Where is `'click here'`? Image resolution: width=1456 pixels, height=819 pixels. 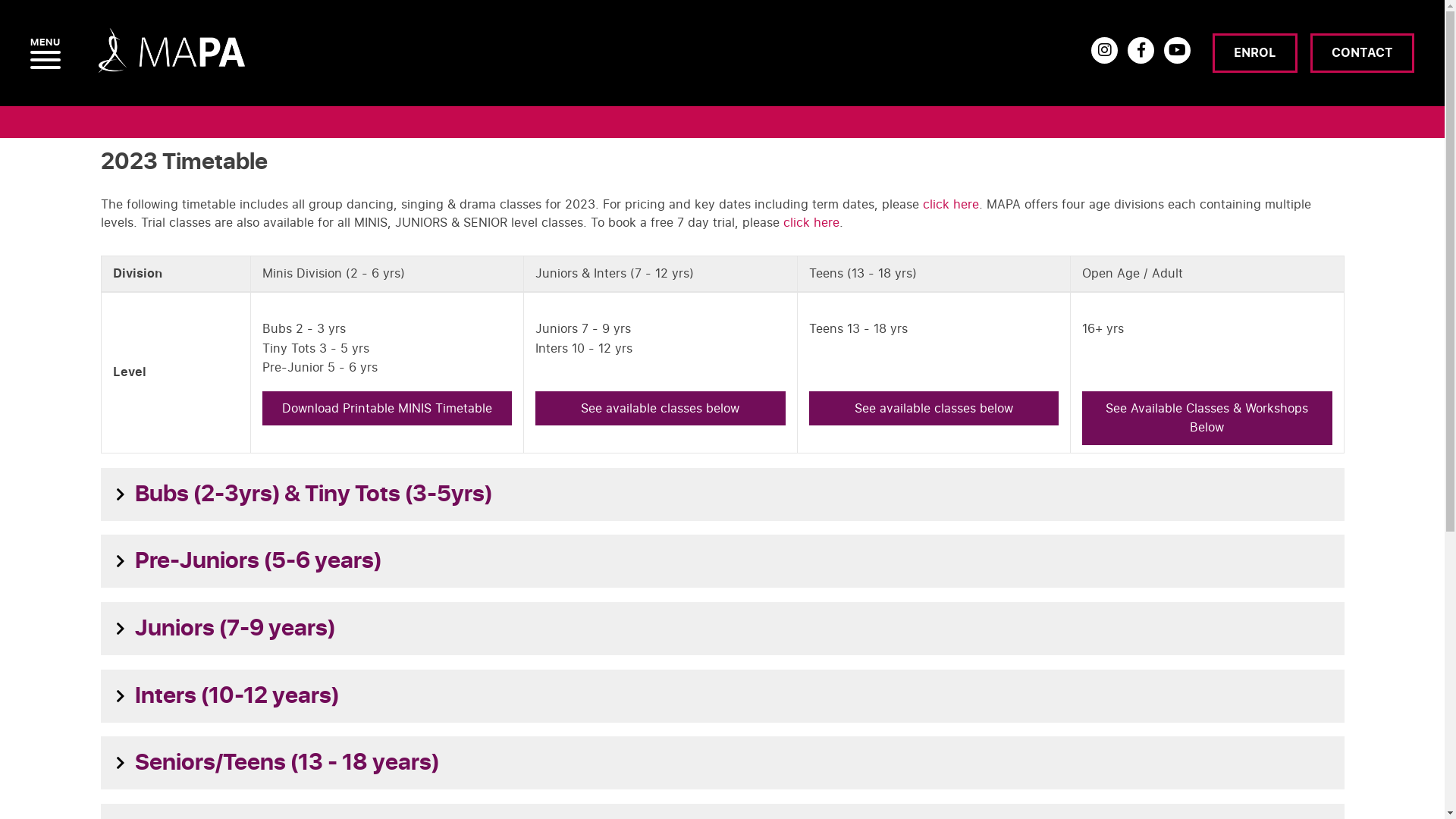
'click here' is located at coordinates (949, 203).